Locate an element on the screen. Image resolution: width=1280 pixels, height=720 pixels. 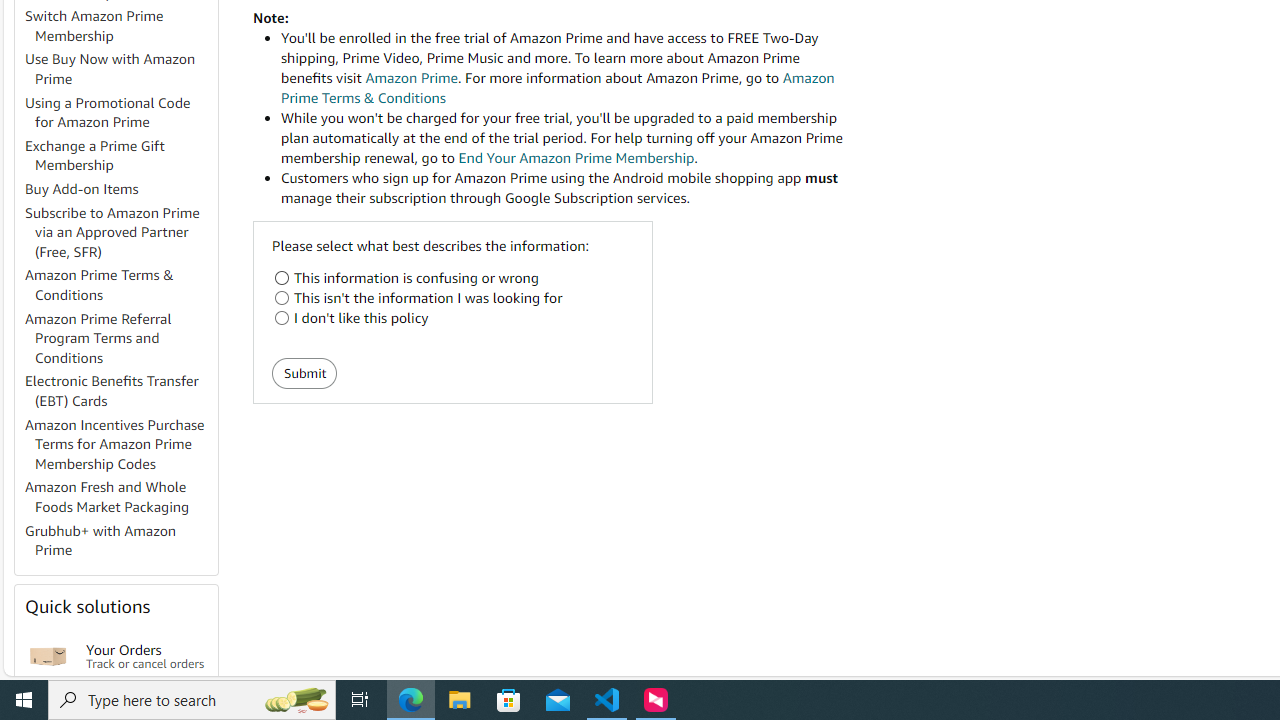
'This isn' is located at coordinates (281, 298).